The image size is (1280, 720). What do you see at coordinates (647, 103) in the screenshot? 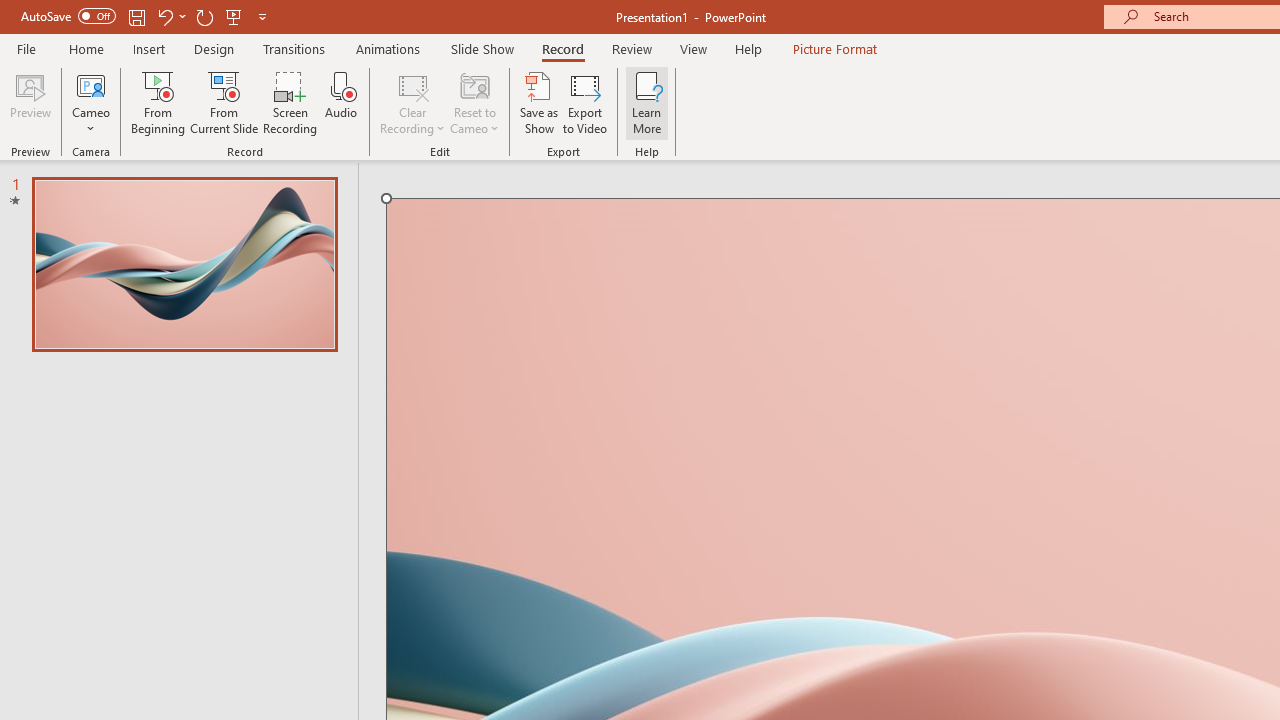
I see `'Learn More'` at bounding box center [647, 103].